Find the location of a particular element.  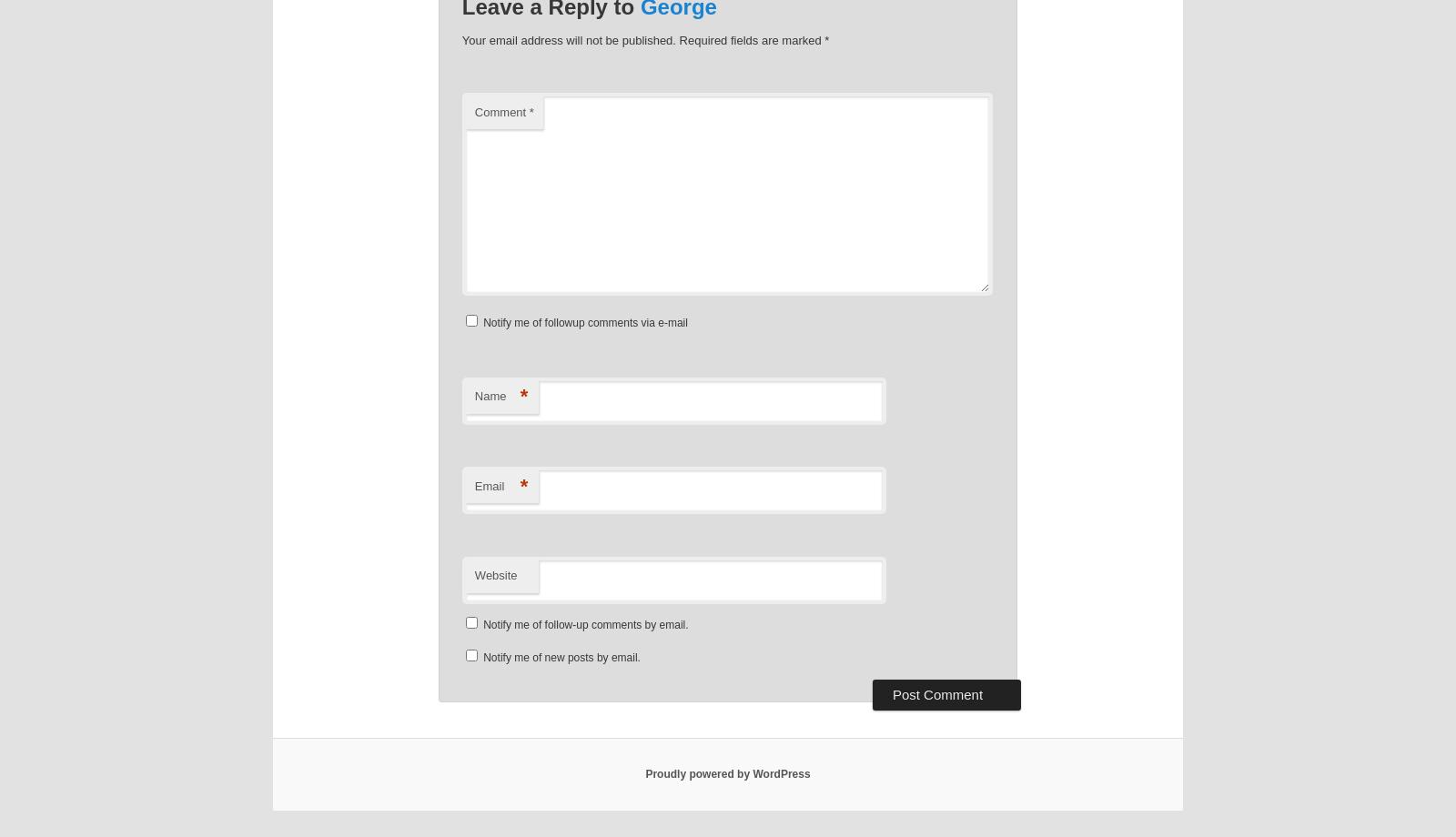

'Name' is located at coordinates (489, 395).